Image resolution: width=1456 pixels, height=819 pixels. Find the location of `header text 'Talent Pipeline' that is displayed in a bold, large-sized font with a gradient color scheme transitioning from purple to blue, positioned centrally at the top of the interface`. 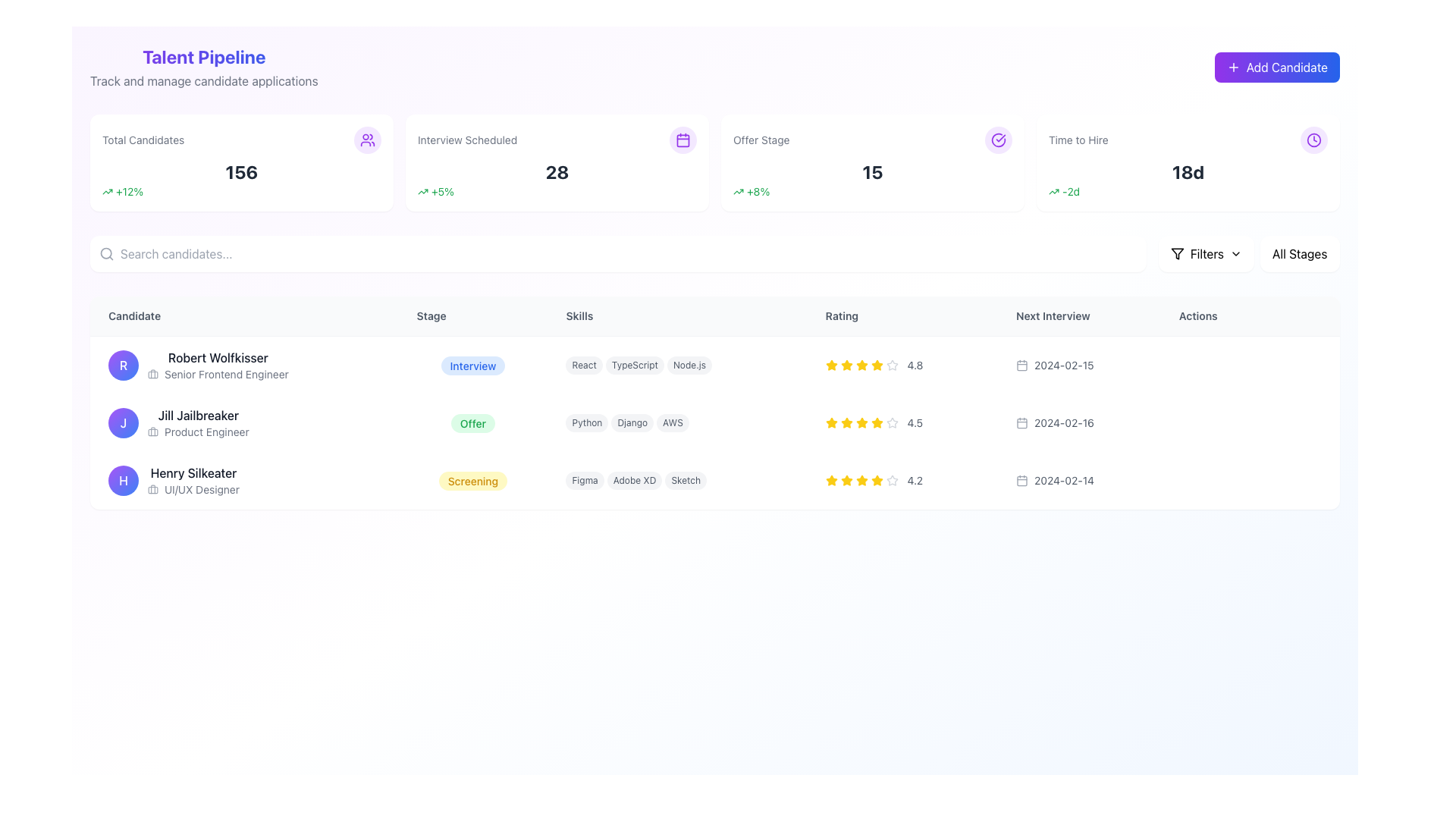

header text 'Talent Pipeline' that is displayed in a bold, large-sized font with a gradient color scheme transitioning from purple to blue, positioned centrally at the top of the interface is located at coordinates (203, 55).